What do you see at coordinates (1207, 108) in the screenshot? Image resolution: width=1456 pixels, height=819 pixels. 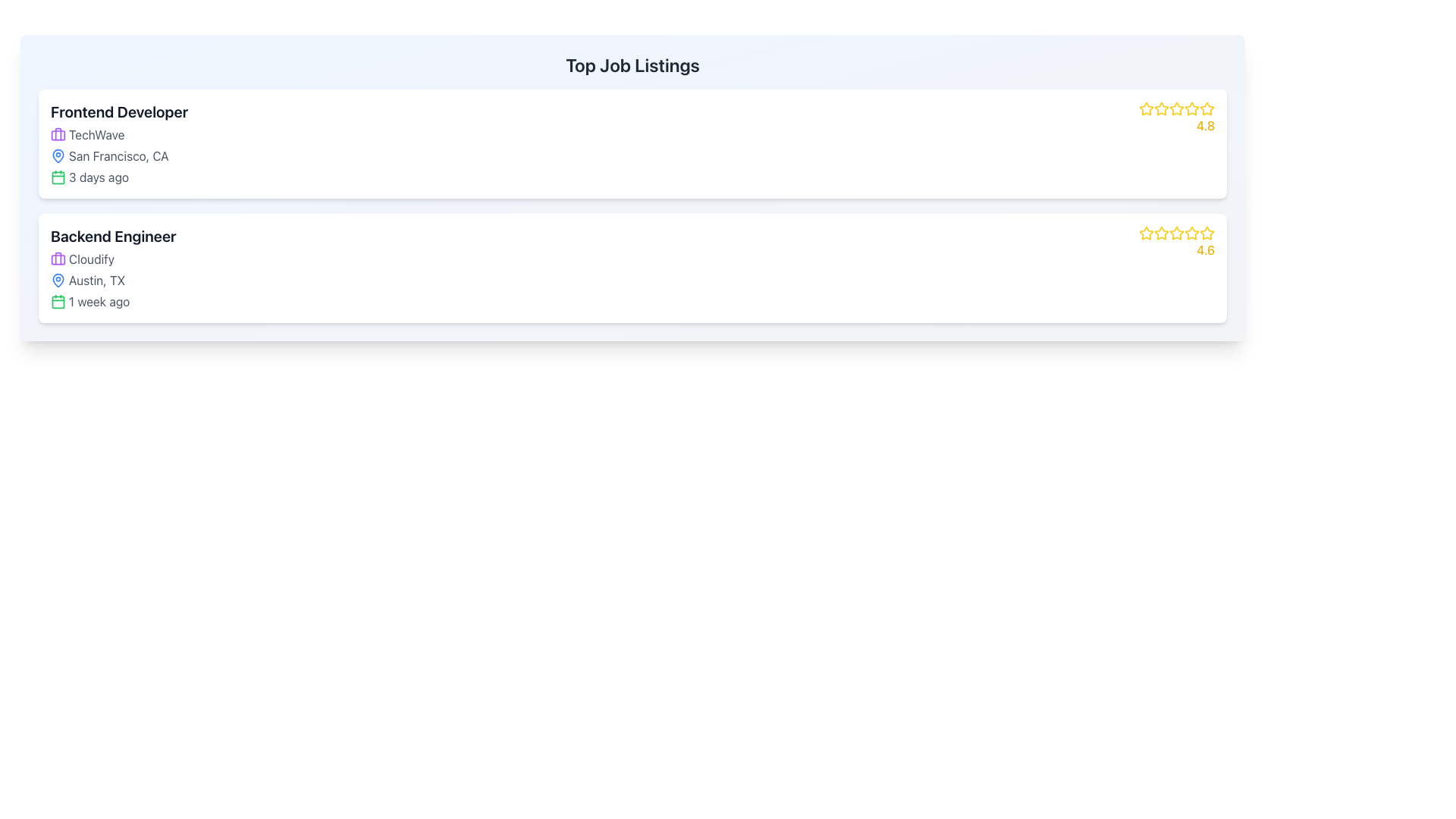 I see `the fifth yellow star icon with a hollow center in the rating component of the Frontend Developer job listing to interact with the rating system` at bounding box center [1207, 108].